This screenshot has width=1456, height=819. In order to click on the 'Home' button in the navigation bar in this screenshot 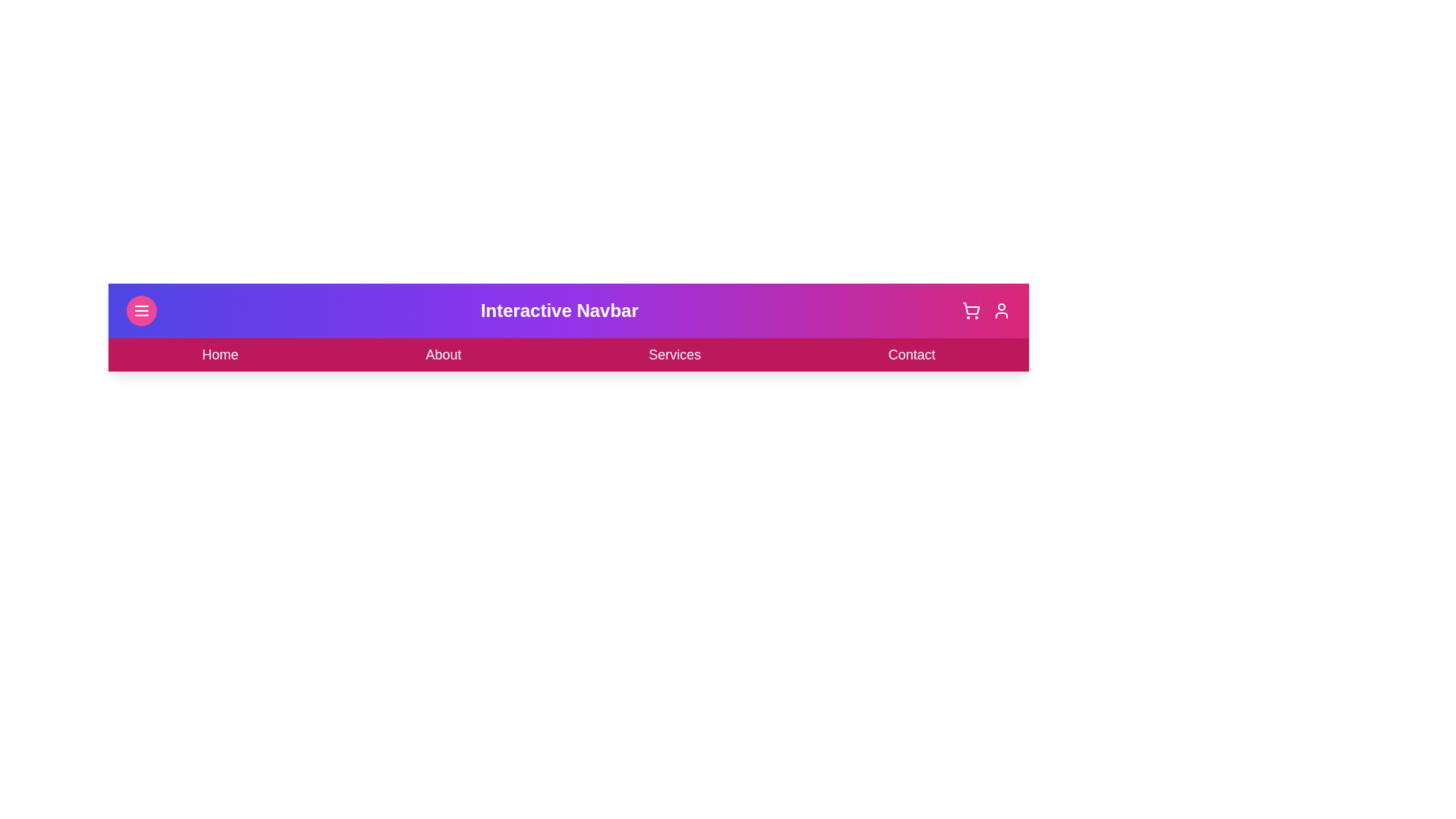, I will do `click(218, 354)`.